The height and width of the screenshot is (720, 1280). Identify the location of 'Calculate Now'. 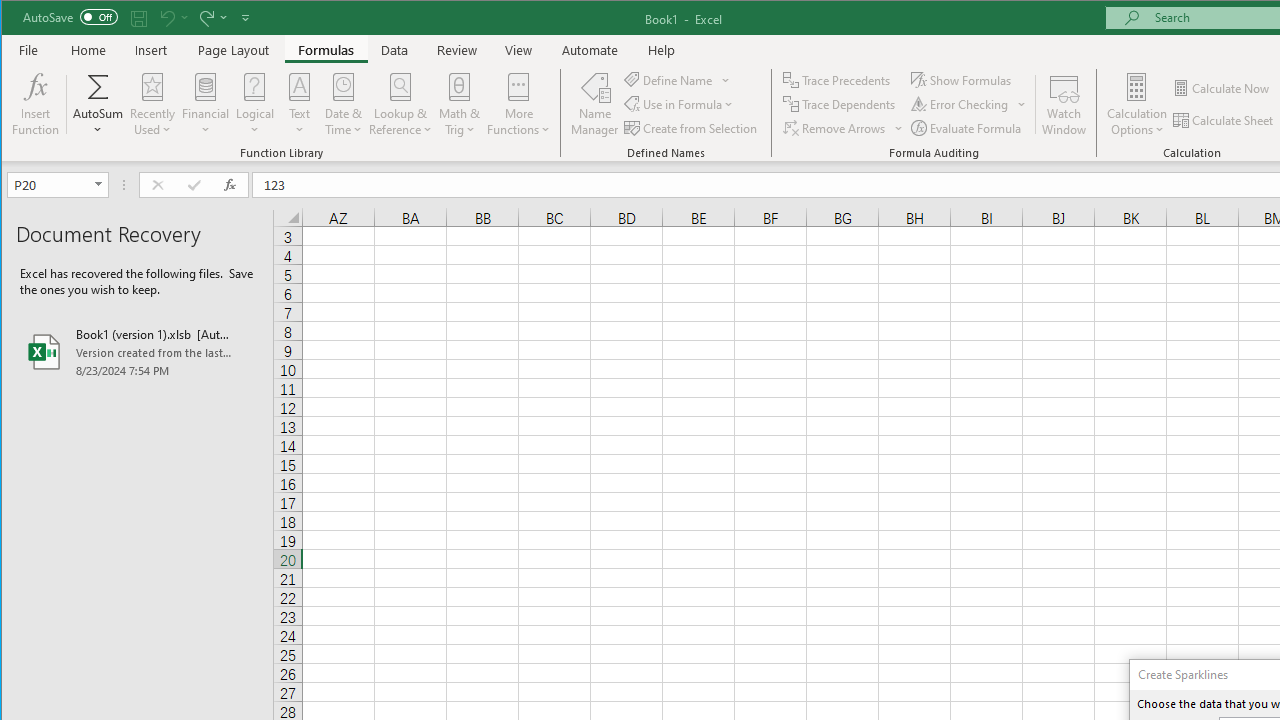
(1222, 87).